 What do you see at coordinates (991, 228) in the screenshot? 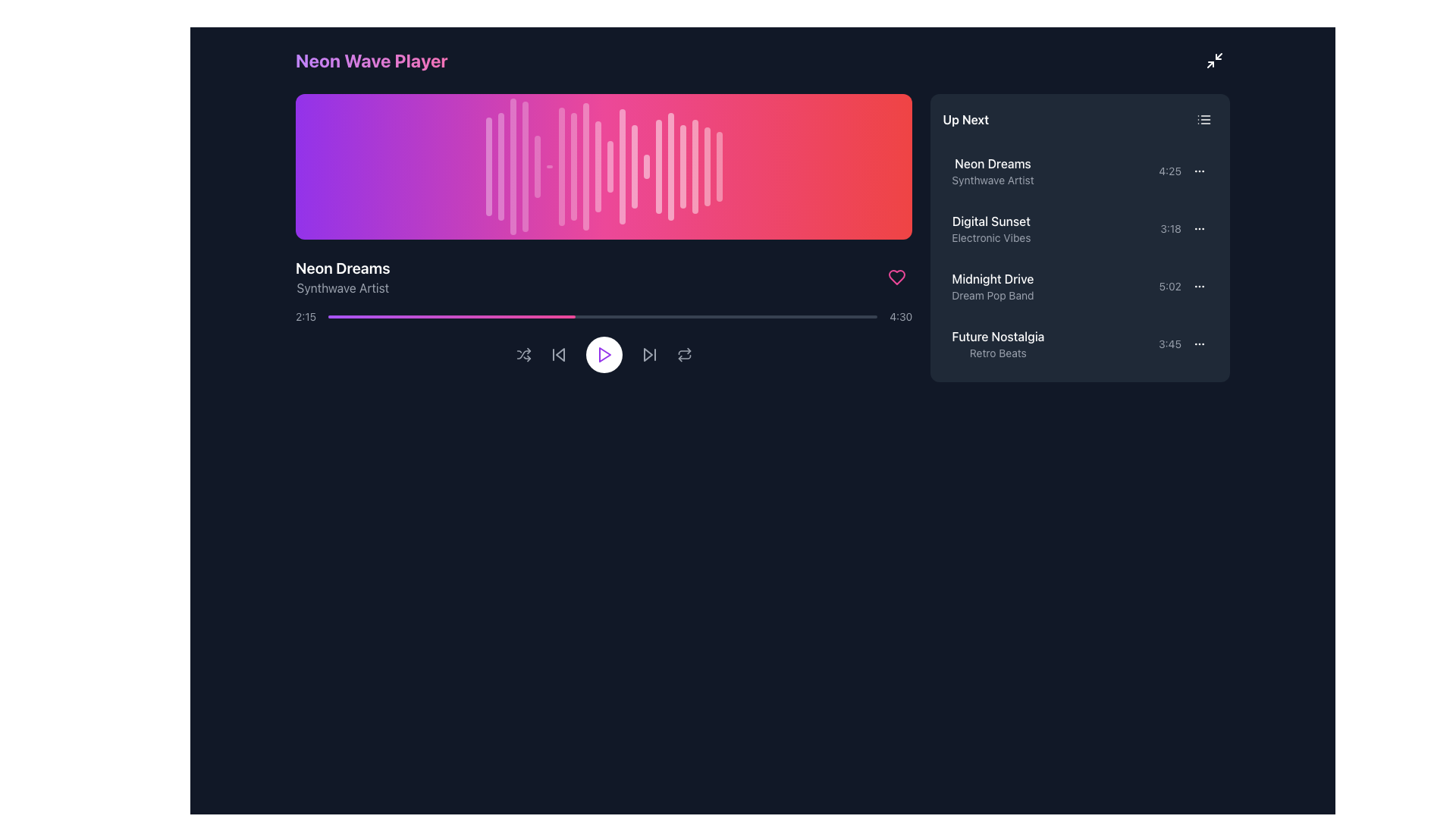
I see `the 'Digital Sunset' text label` at bounding box center [991, 228].